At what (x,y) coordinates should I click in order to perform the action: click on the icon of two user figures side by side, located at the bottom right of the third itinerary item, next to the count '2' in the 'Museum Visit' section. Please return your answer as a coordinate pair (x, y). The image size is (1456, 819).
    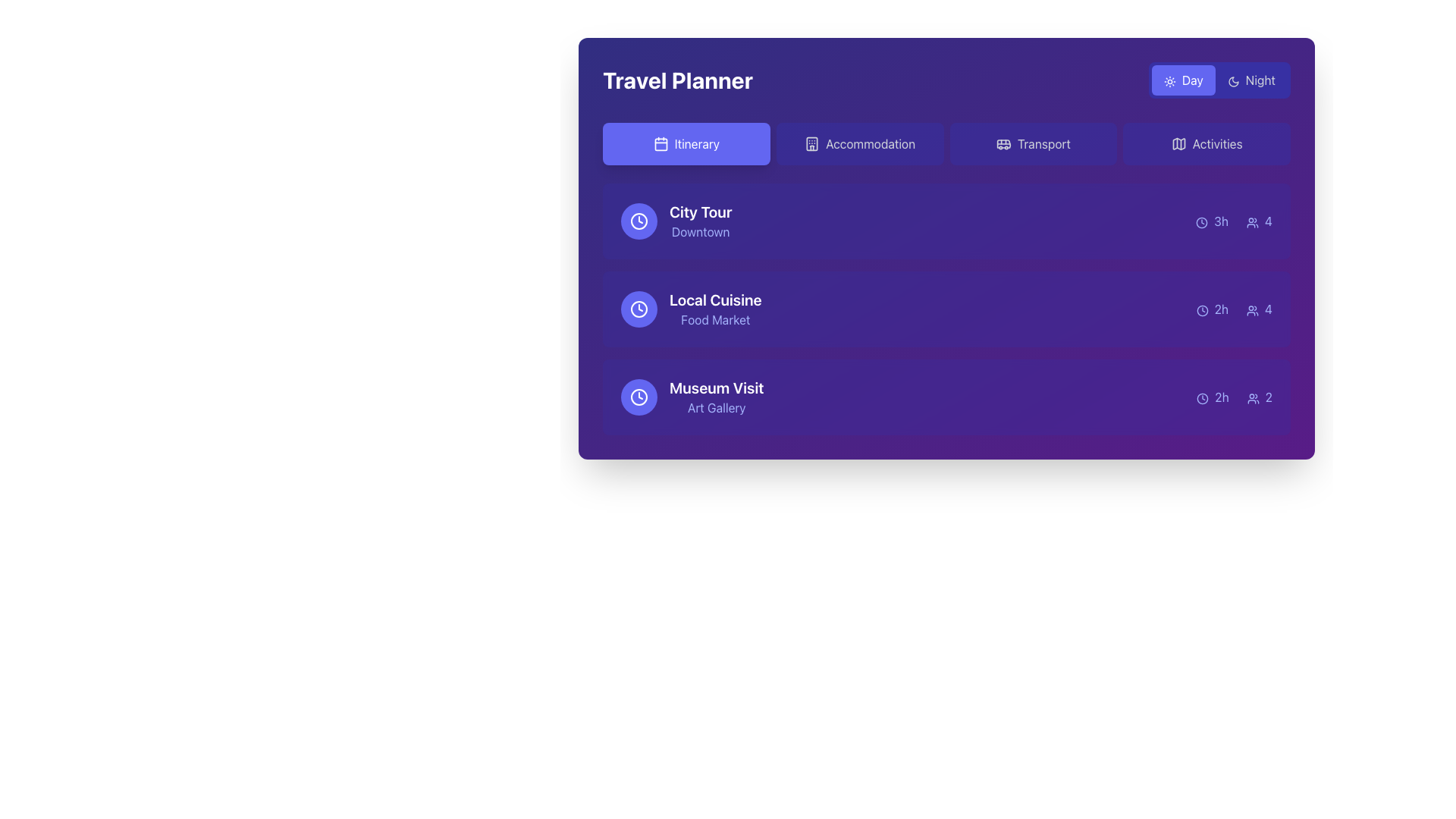
    Looking at the image, I should click on (1253, 397).